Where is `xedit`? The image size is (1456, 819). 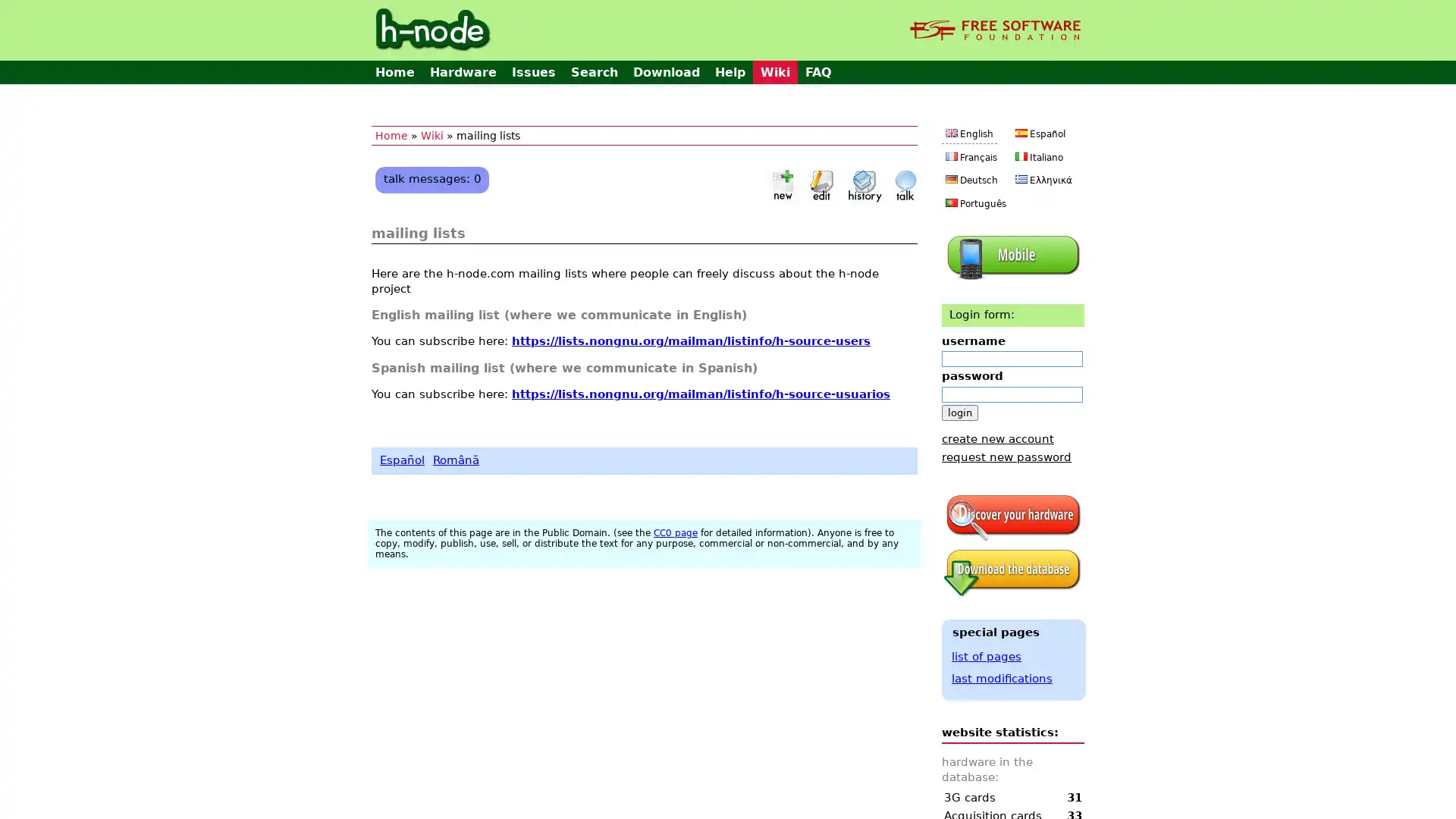 xedit is located at coordinates (821, 184).